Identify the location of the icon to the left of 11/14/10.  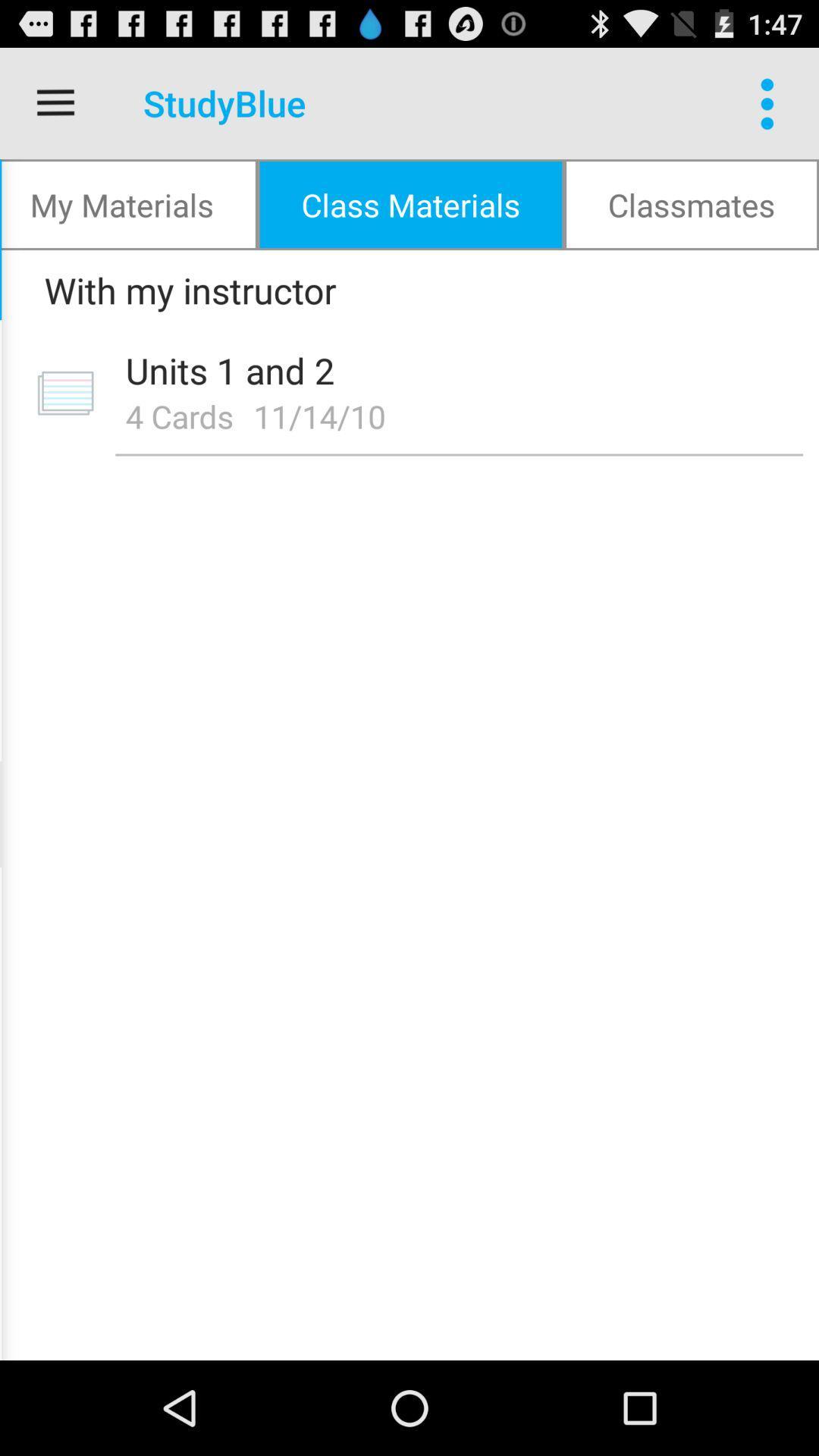
(178, 416).